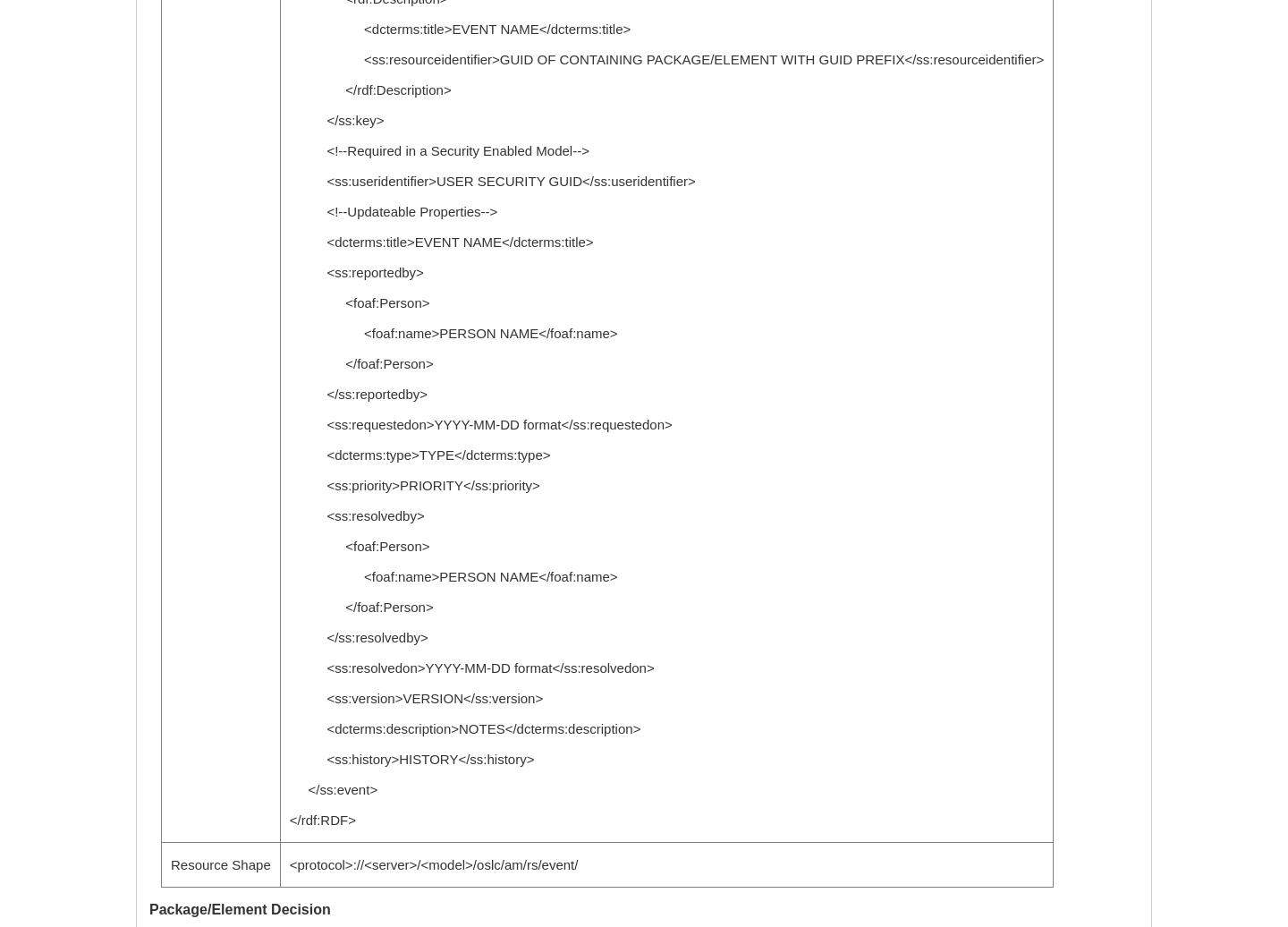  I want to click on '<protocol>://<server>/<model>/oslc/am/rs/event/', so click(432, 864).